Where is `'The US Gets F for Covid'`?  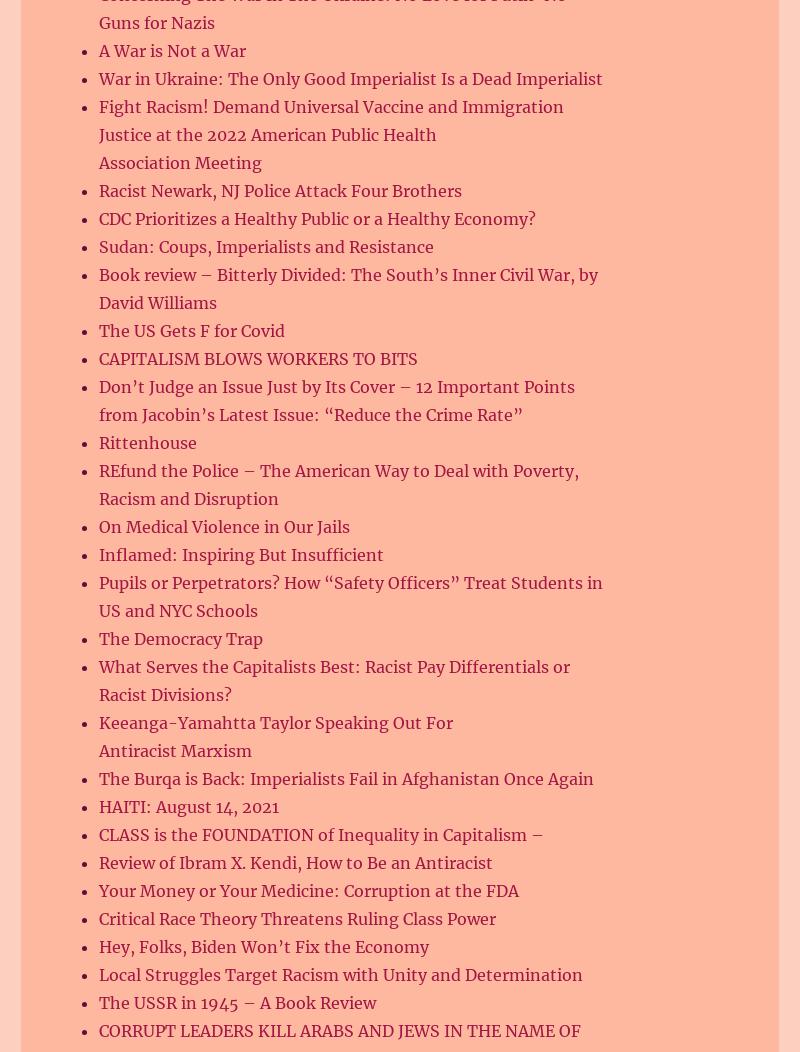 'The US Gets F for Covid' is located at coordinates (191, 329).